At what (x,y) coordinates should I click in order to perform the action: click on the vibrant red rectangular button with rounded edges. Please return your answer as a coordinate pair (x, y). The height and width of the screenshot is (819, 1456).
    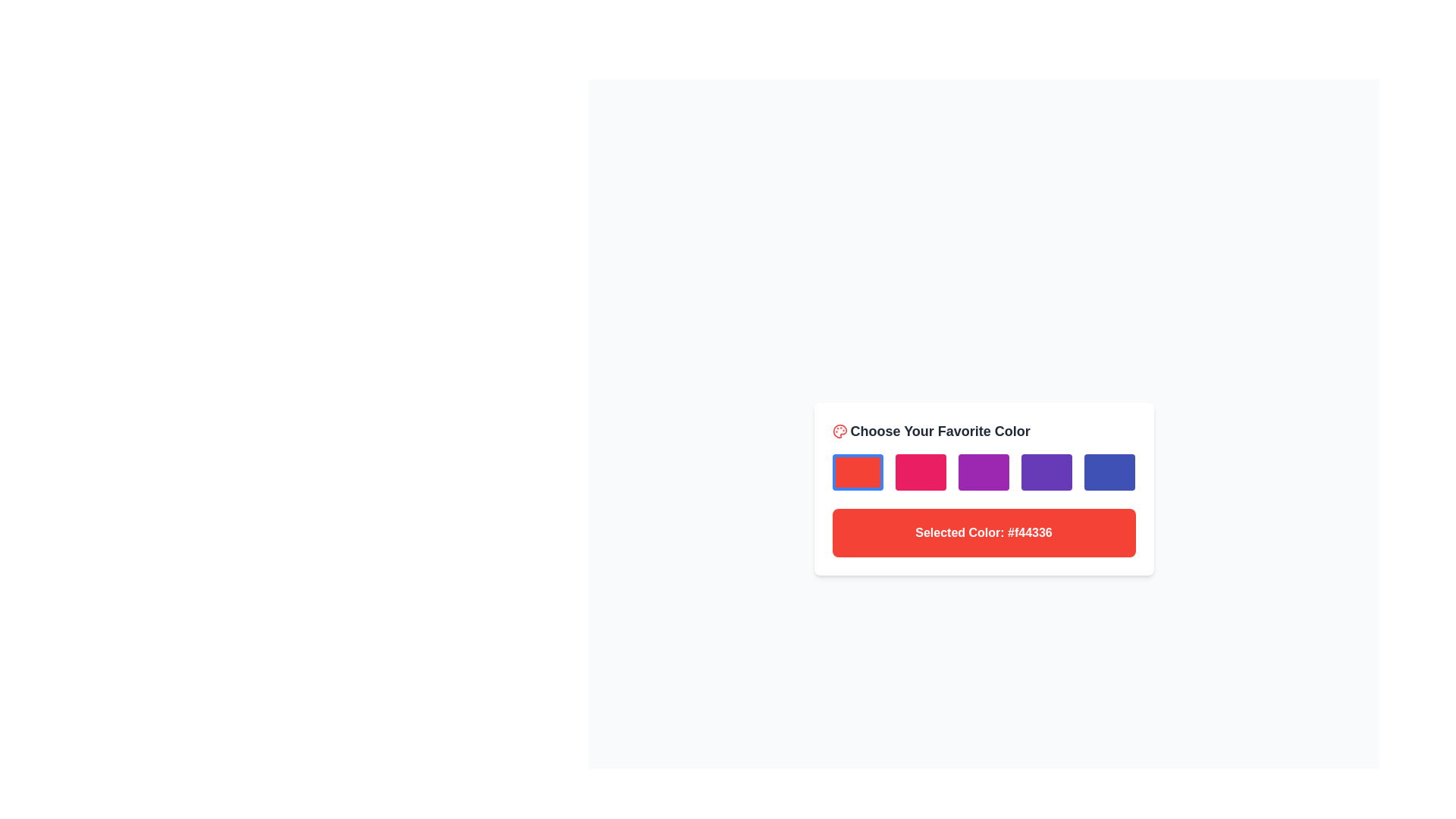
    Looking at the image, I should click on (858, 472).